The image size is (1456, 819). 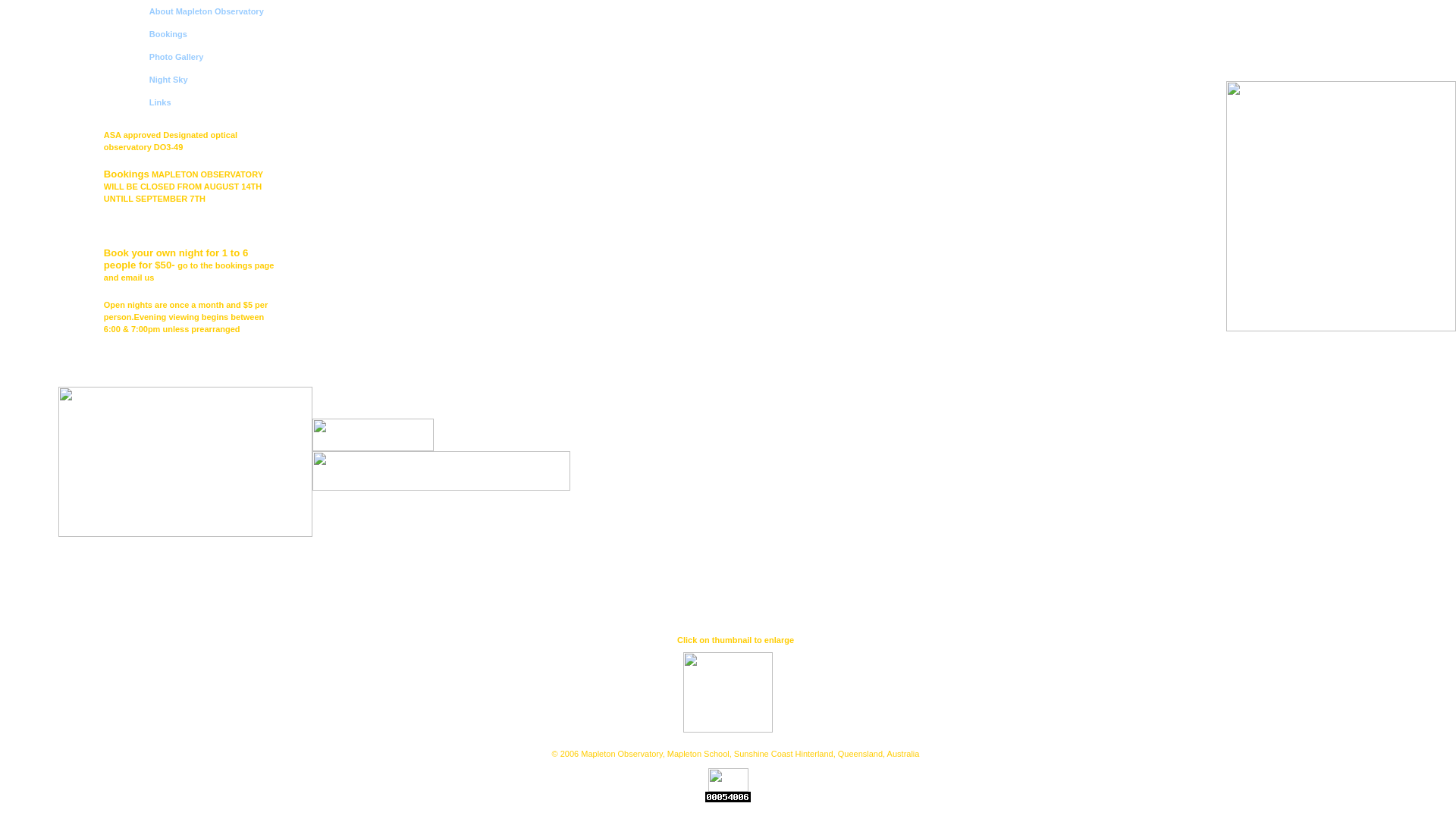 What do you see at coordinates (160, 102) in the screenshot?
I see `'Links'` at bounding box center [160, 102].